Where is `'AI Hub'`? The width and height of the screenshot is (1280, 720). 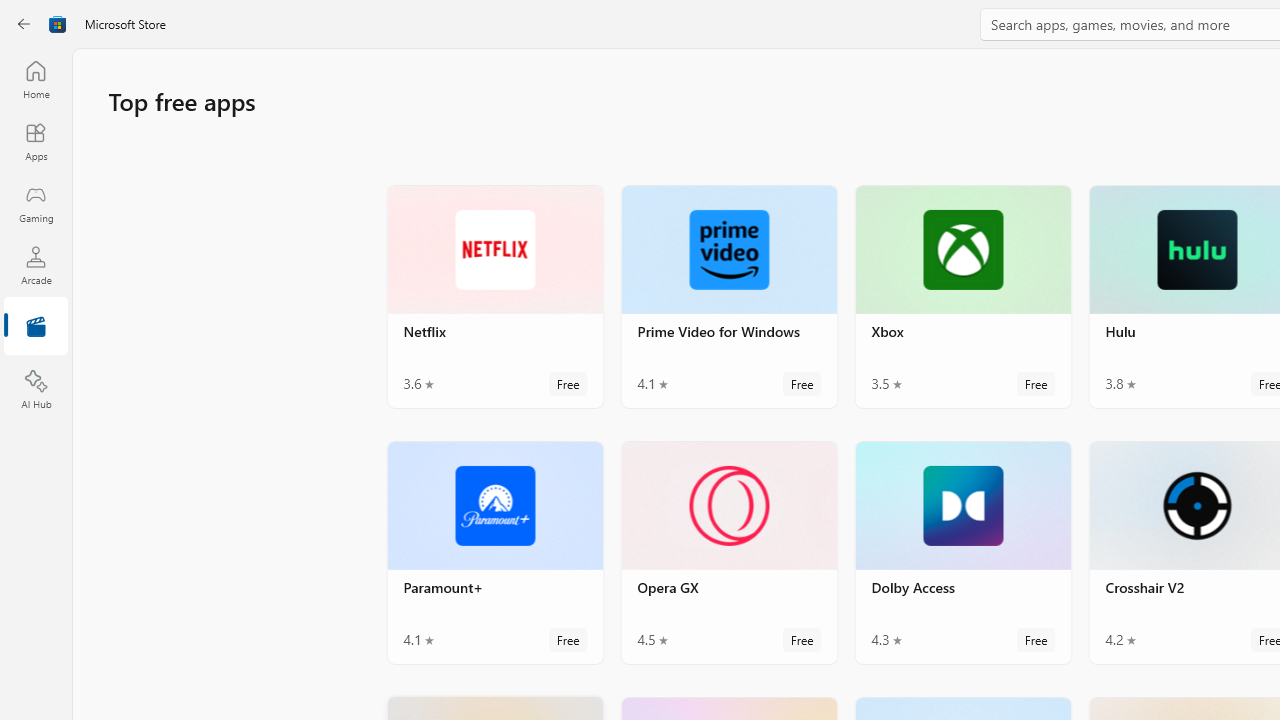
'AI Hub' is located at coordinates (35, 390).